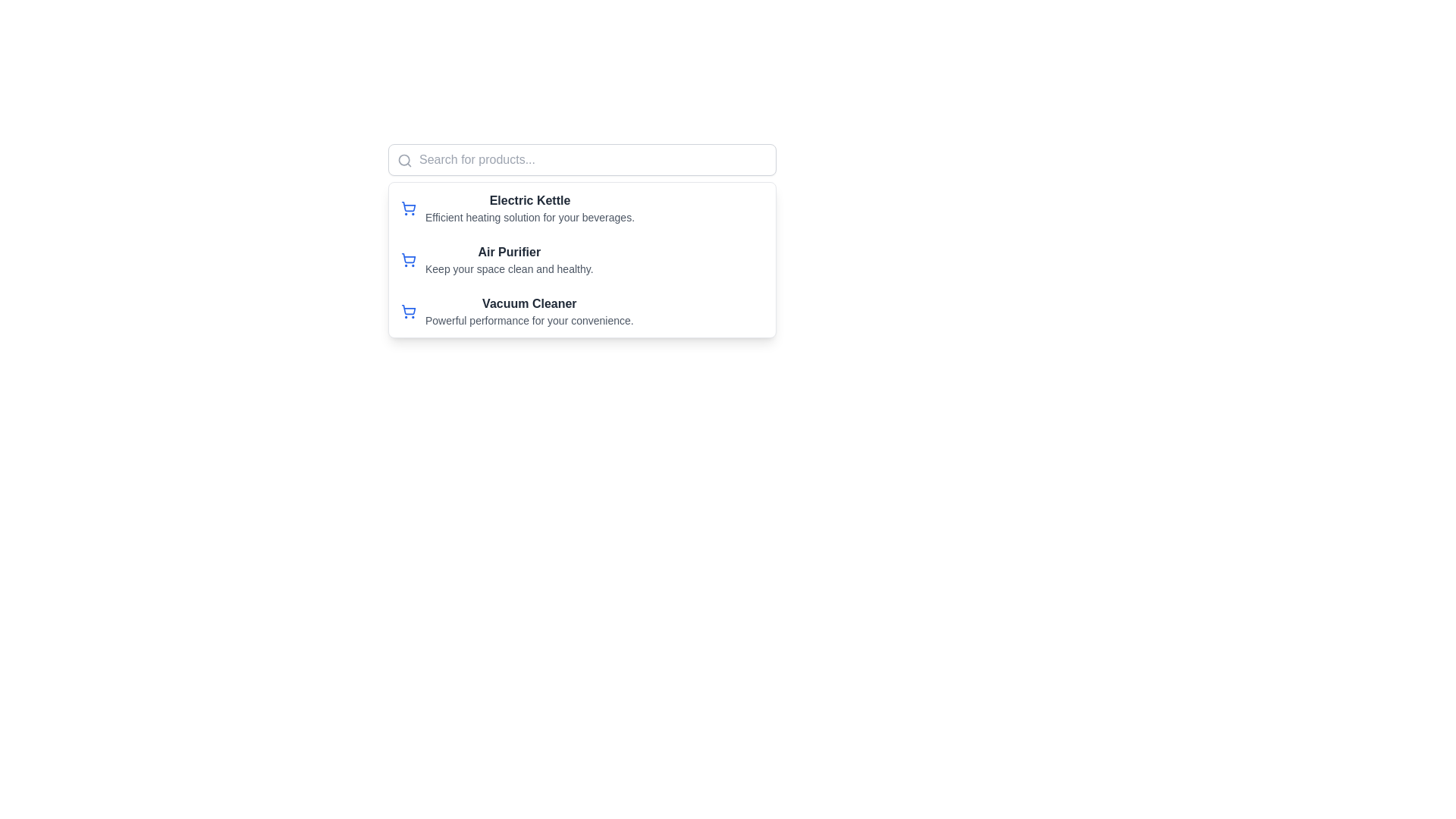  Describe the element at coordinates (404, 161) in the screenshot. I see `the search icon, which is a minimalist and modern magnifying glass styled element located within the top-left area of the search bar` at that location.